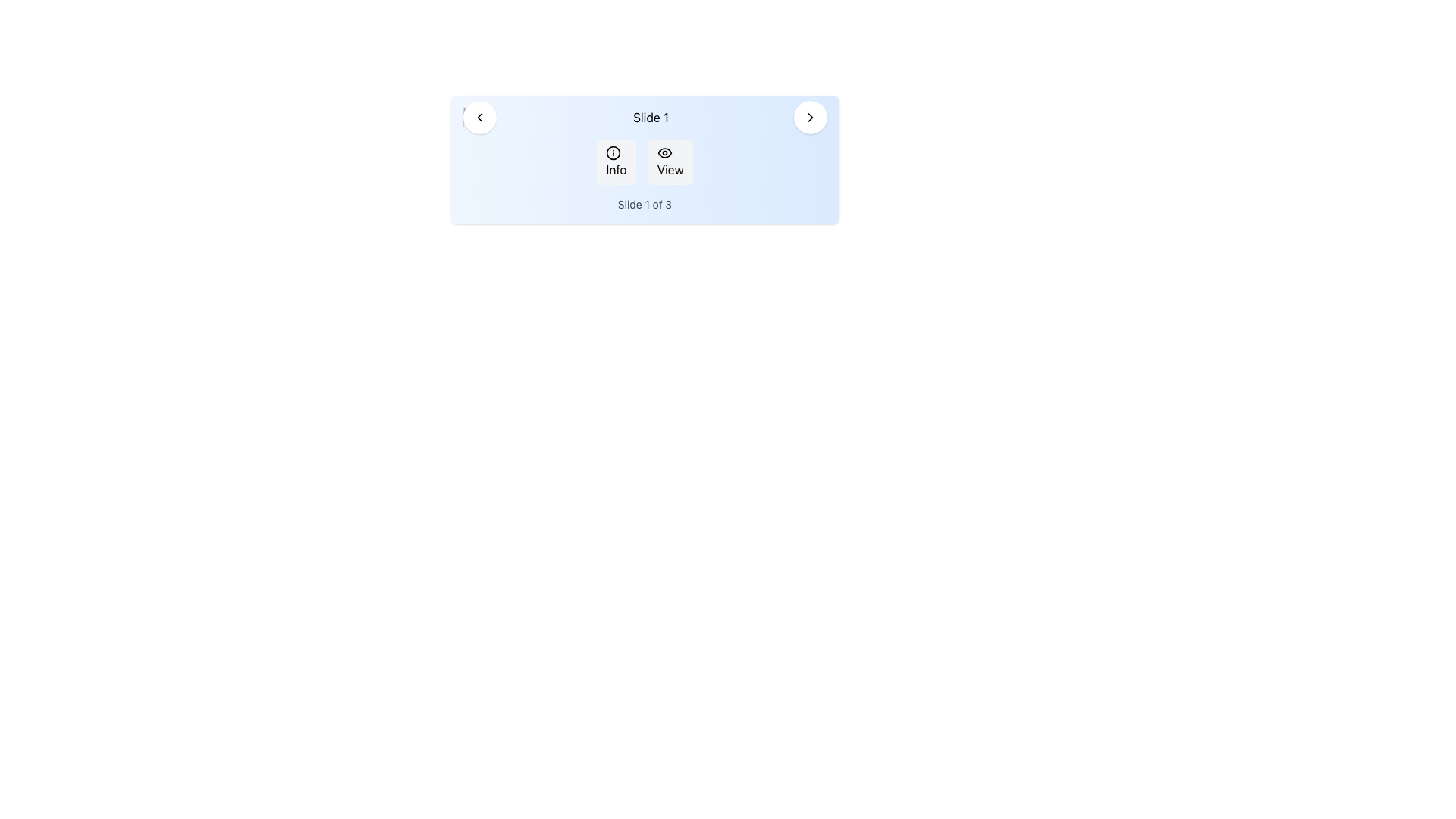 The height and width of the screenshot is (819, 1456). Describe the element at coordinates (809, 116) in the screenshot. I see `the navigation chevron located in the rightmost circular button of the top navigation area of the blue-tinted card labeled 'Slide 1'` at that location.